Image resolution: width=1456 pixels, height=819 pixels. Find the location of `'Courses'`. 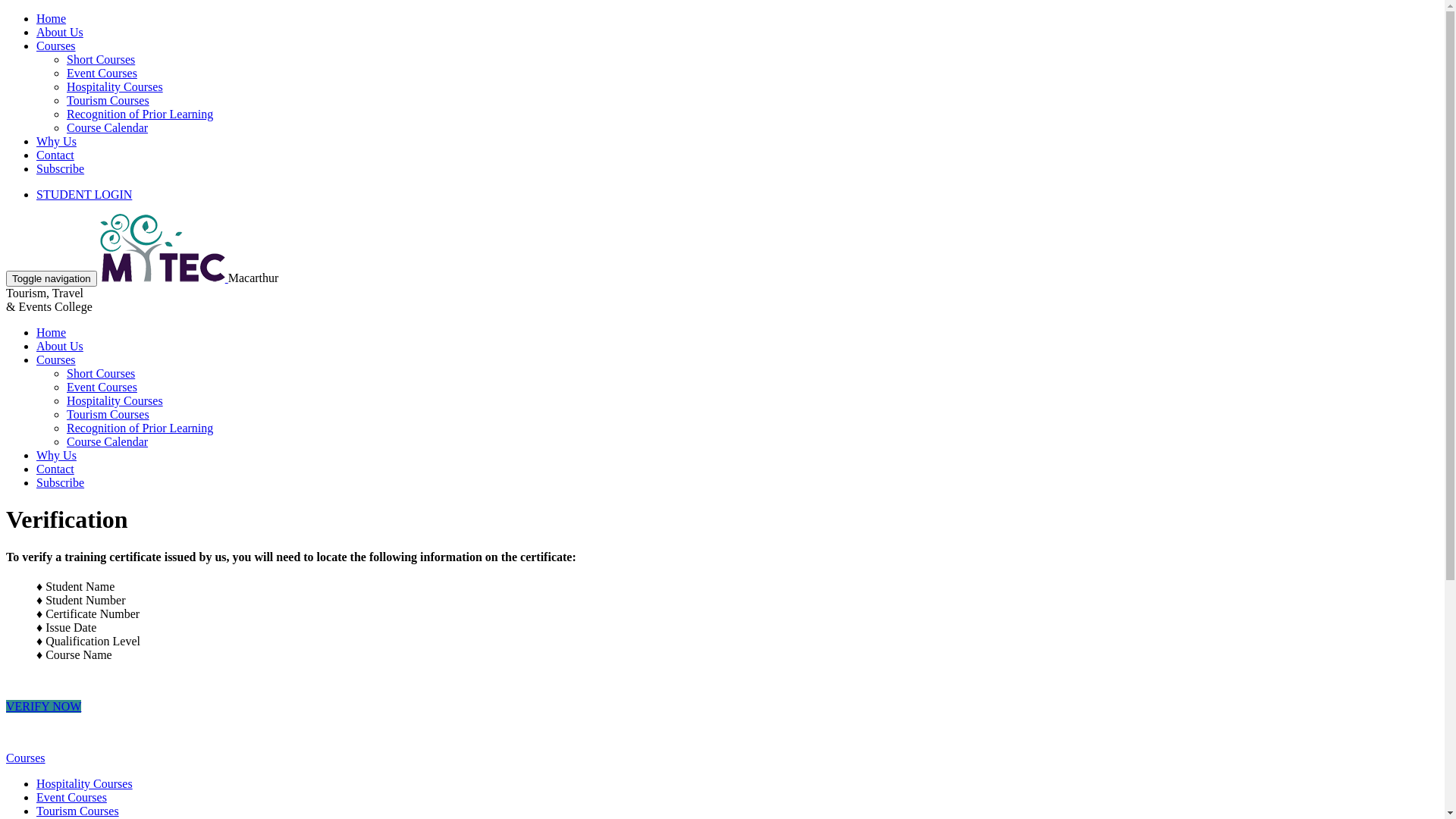

'Courses' is located at coordinates (55, 359).